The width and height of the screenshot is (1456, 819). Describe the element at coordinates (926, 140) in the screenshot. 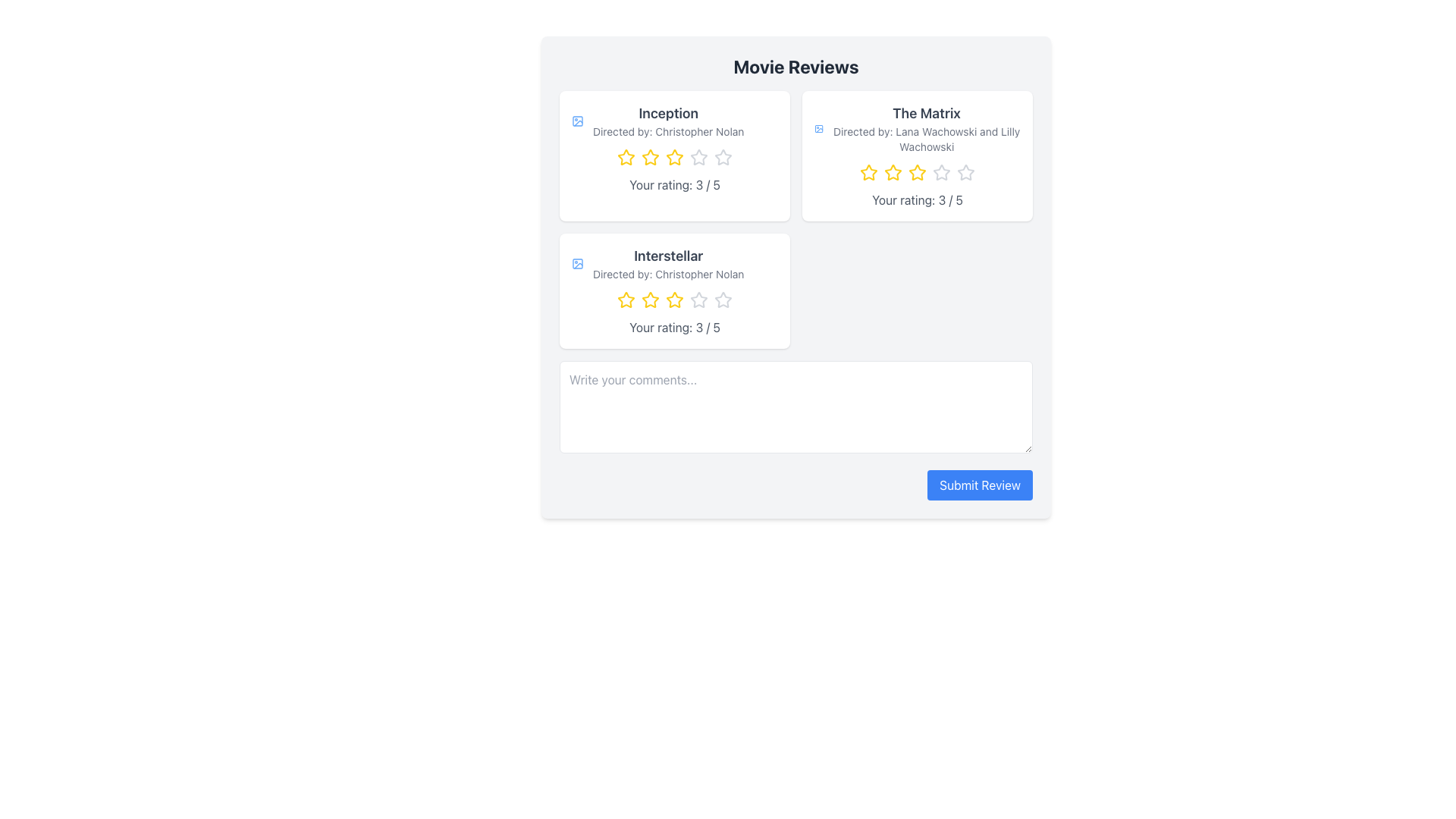

I see `the text label displaying 'Directed by: Lana Wachowski and Lilly Wachowski', which is styled in small gray font and located directly below the title 'The Matrix'` at that location.